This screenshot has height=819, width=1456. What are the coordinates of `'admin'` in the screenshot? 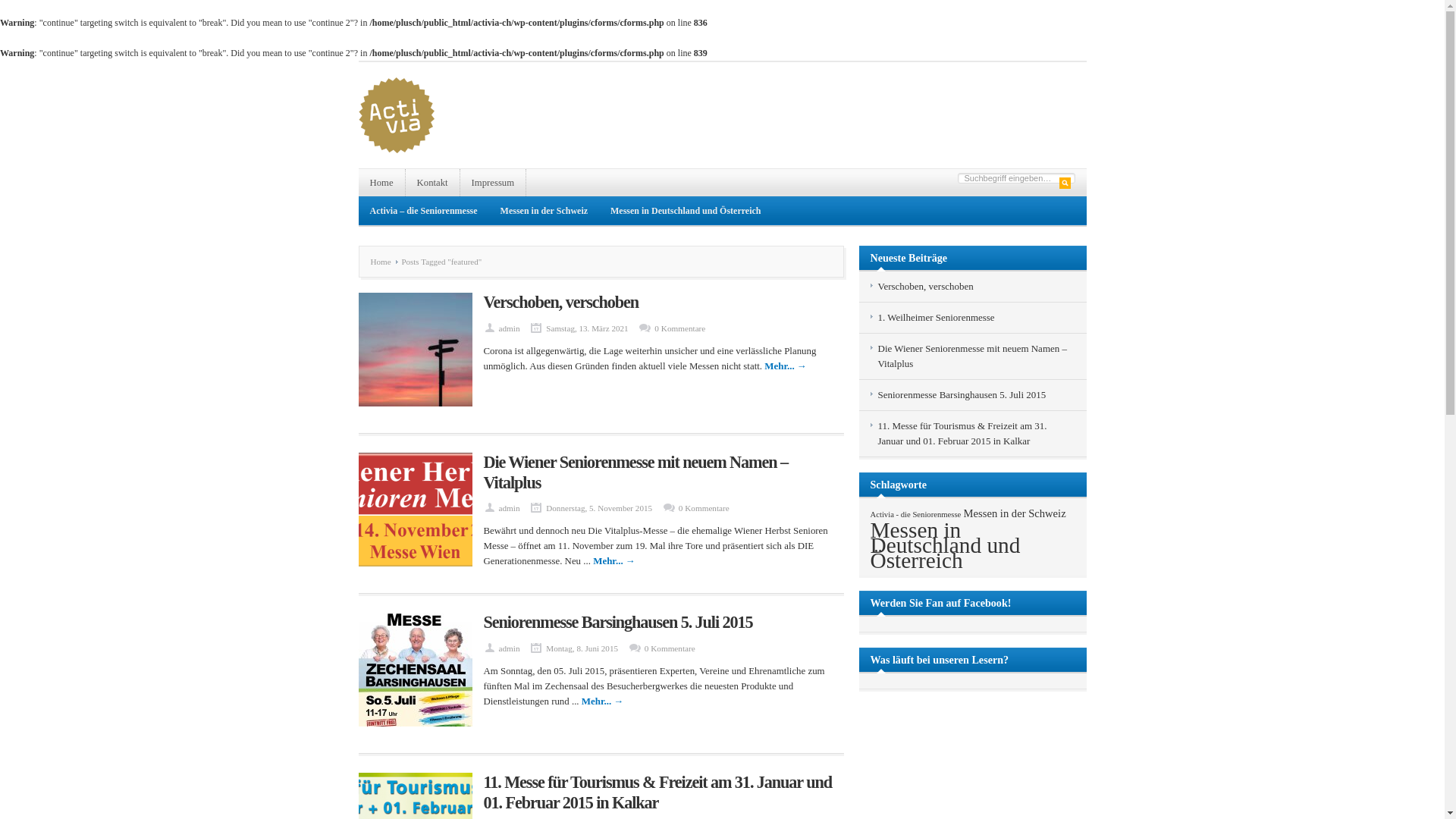 It's located at (498, 327).